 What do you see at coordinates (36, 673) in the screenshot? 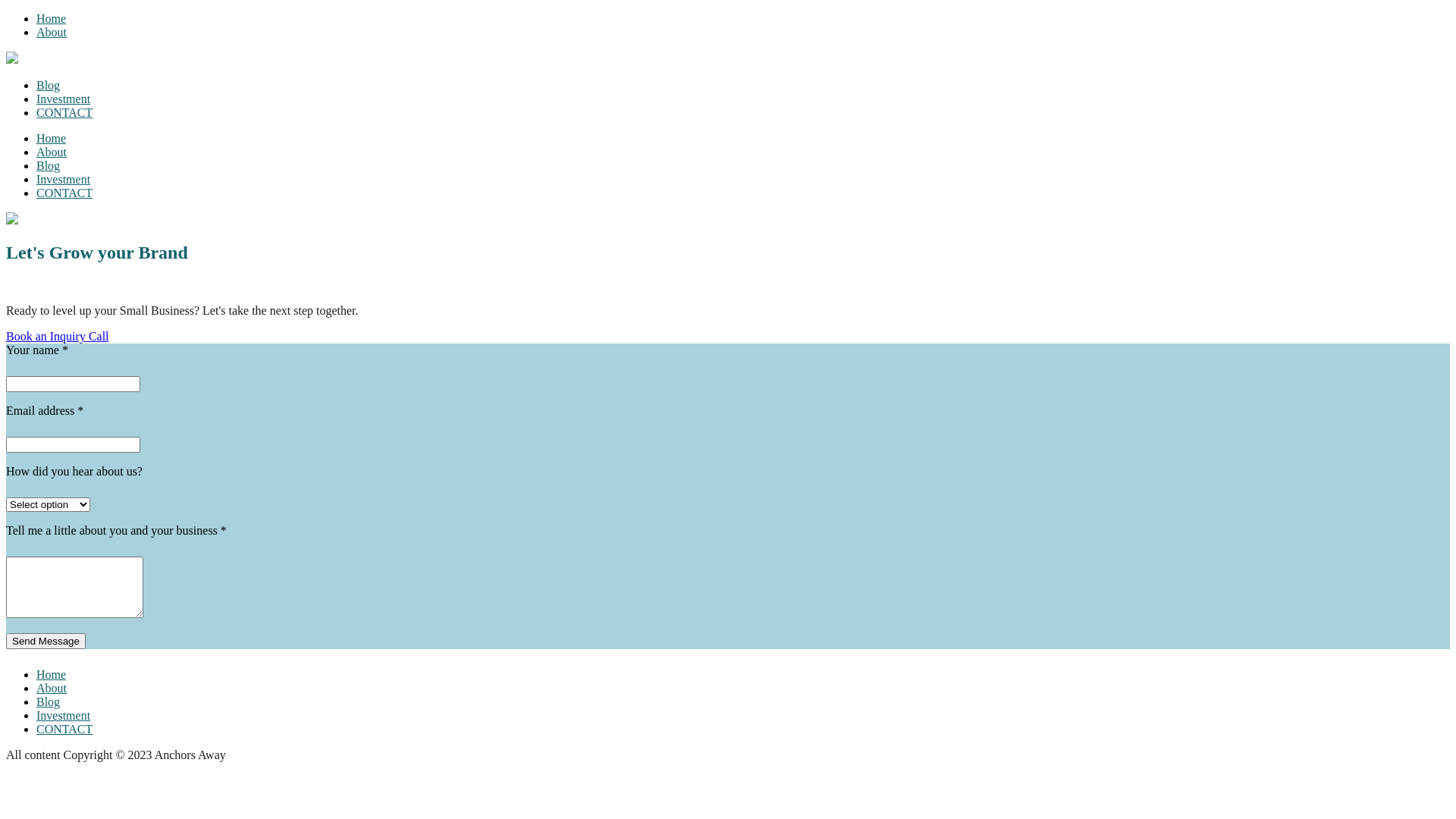
I see `'Home'` at bounding box center [36, 673].